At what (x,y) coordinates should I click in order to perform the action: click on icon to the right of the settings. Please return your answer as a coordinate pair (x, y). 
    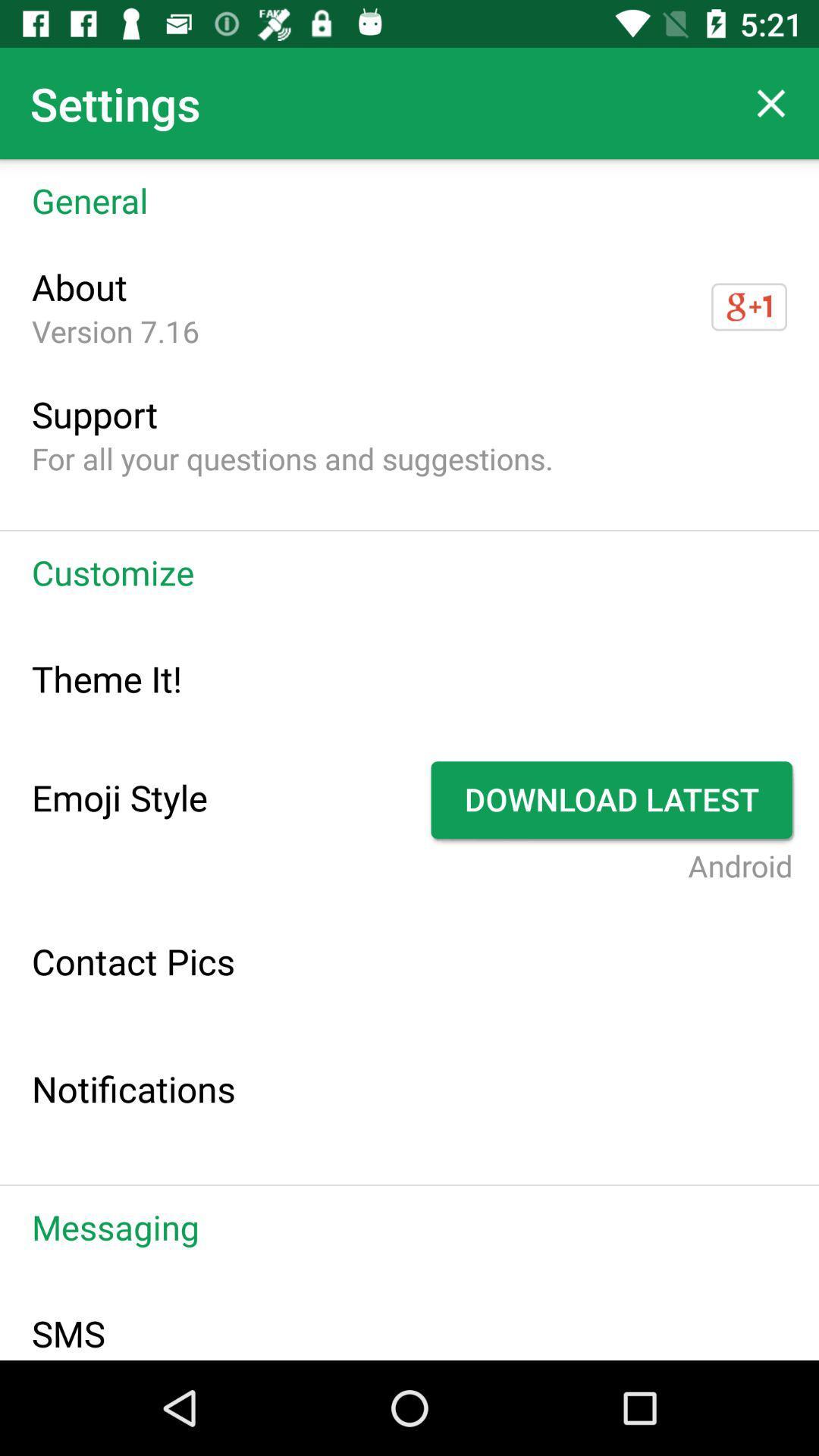
    Looking at the image, I should click on (771, 102).